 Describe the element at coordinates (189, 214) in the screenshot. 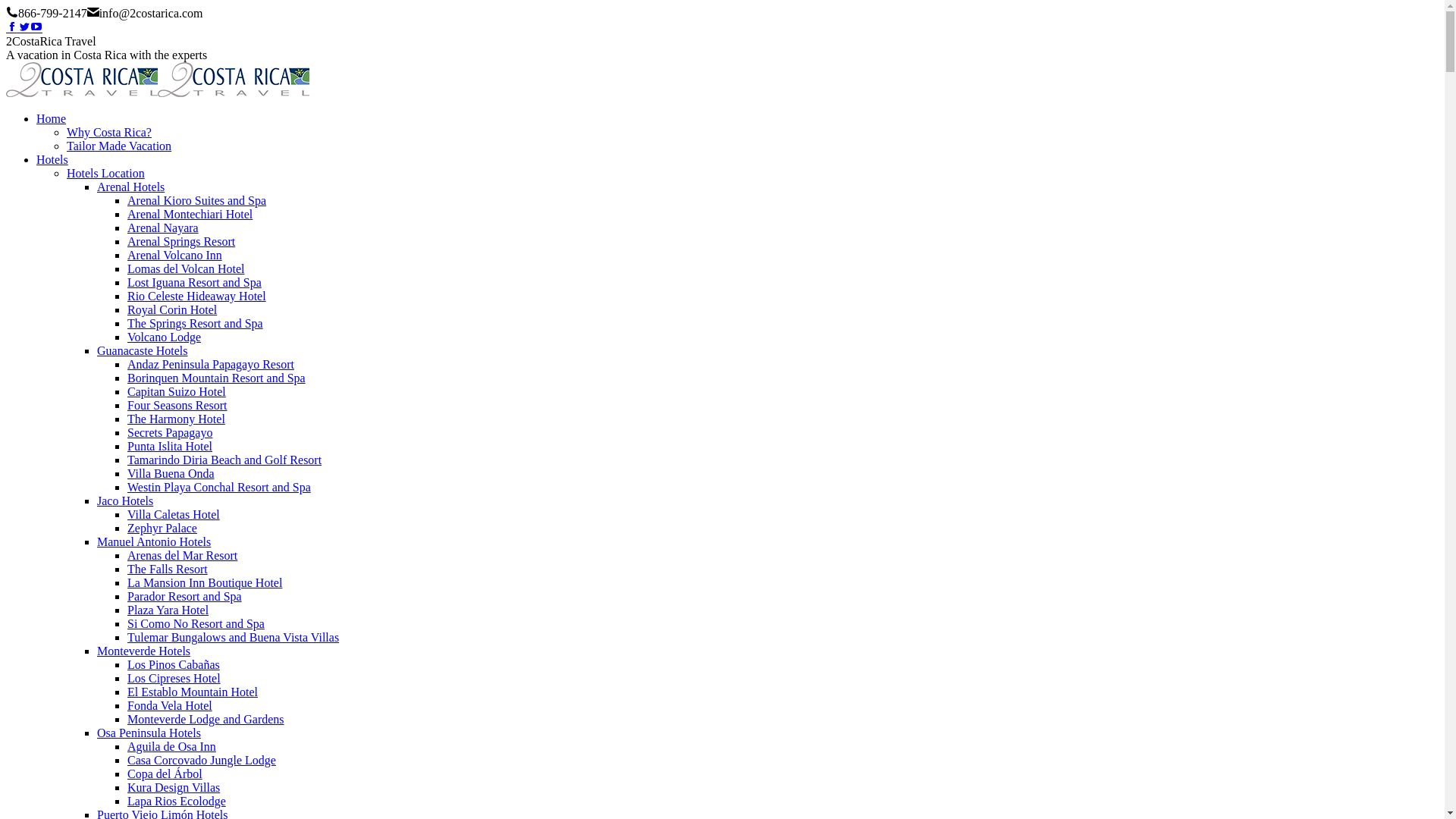

I see `'Arenal Montechiari Hotel'` at that location.